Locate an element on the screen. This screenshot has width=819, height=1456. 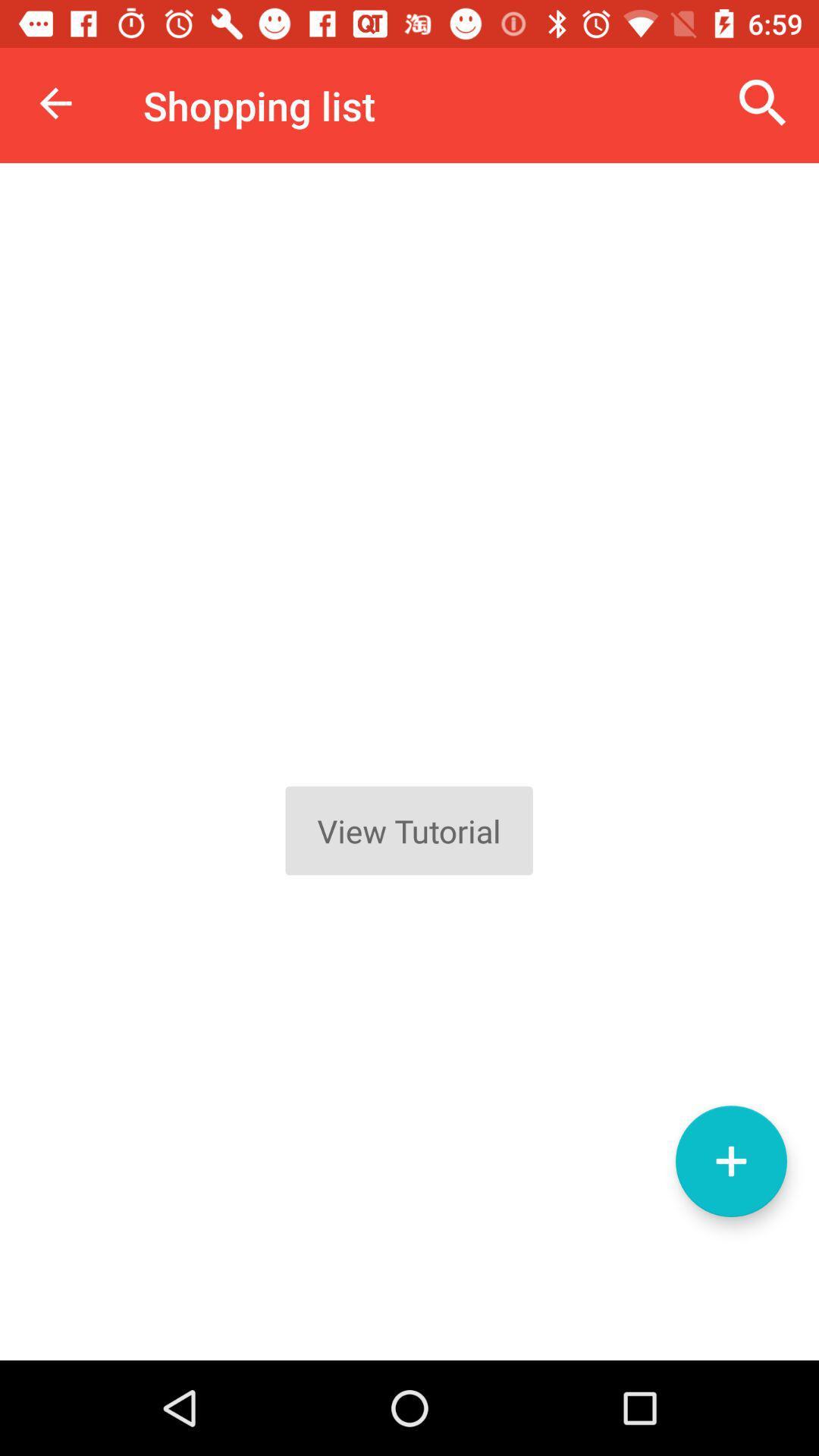
icon next to the shopping list item is located at coordinates (55, 102).